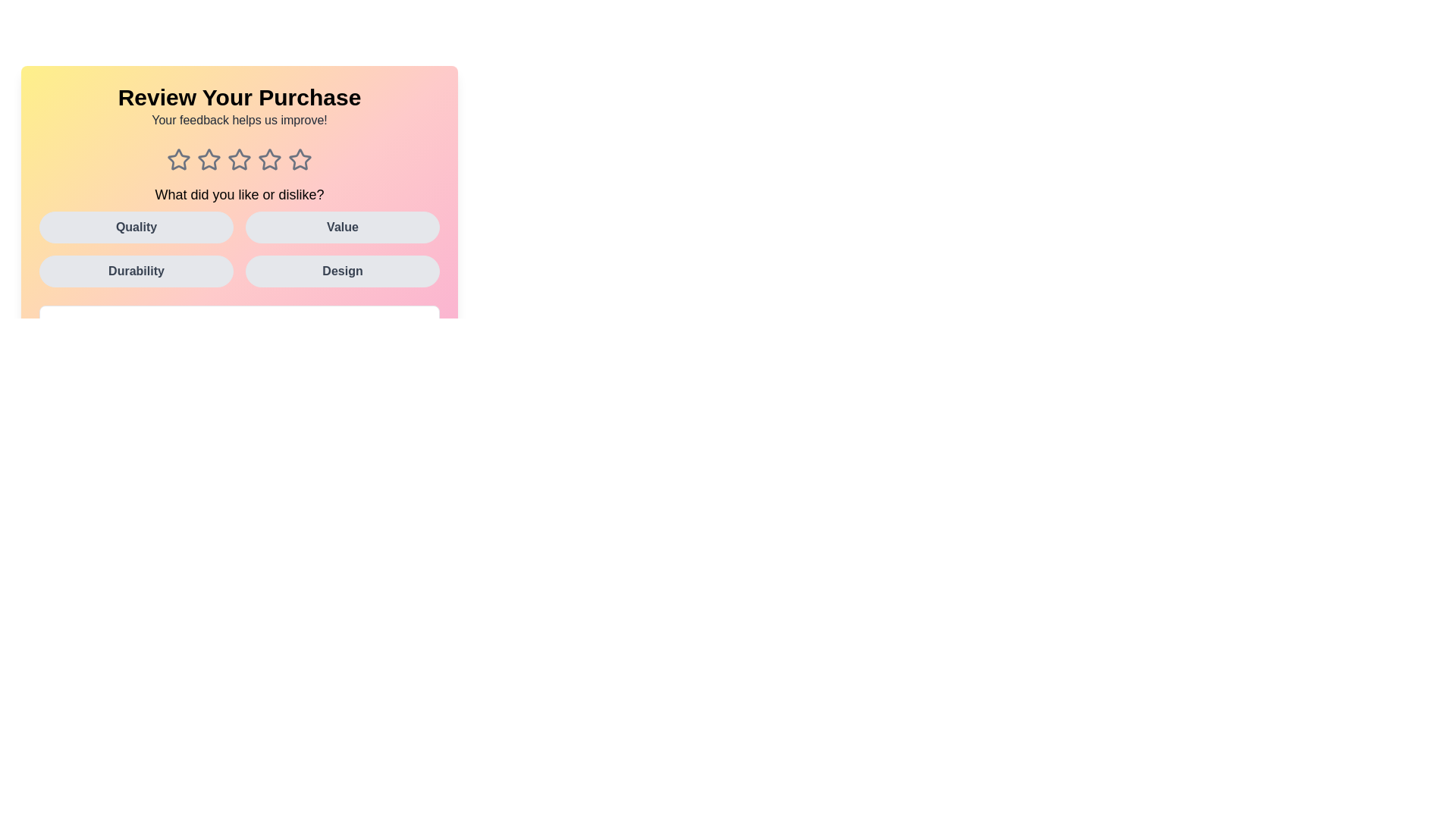 Image resolution: width=1456 pixels, height=819 pixels. I want to click on the first unselected rating star, so click(178, 159).